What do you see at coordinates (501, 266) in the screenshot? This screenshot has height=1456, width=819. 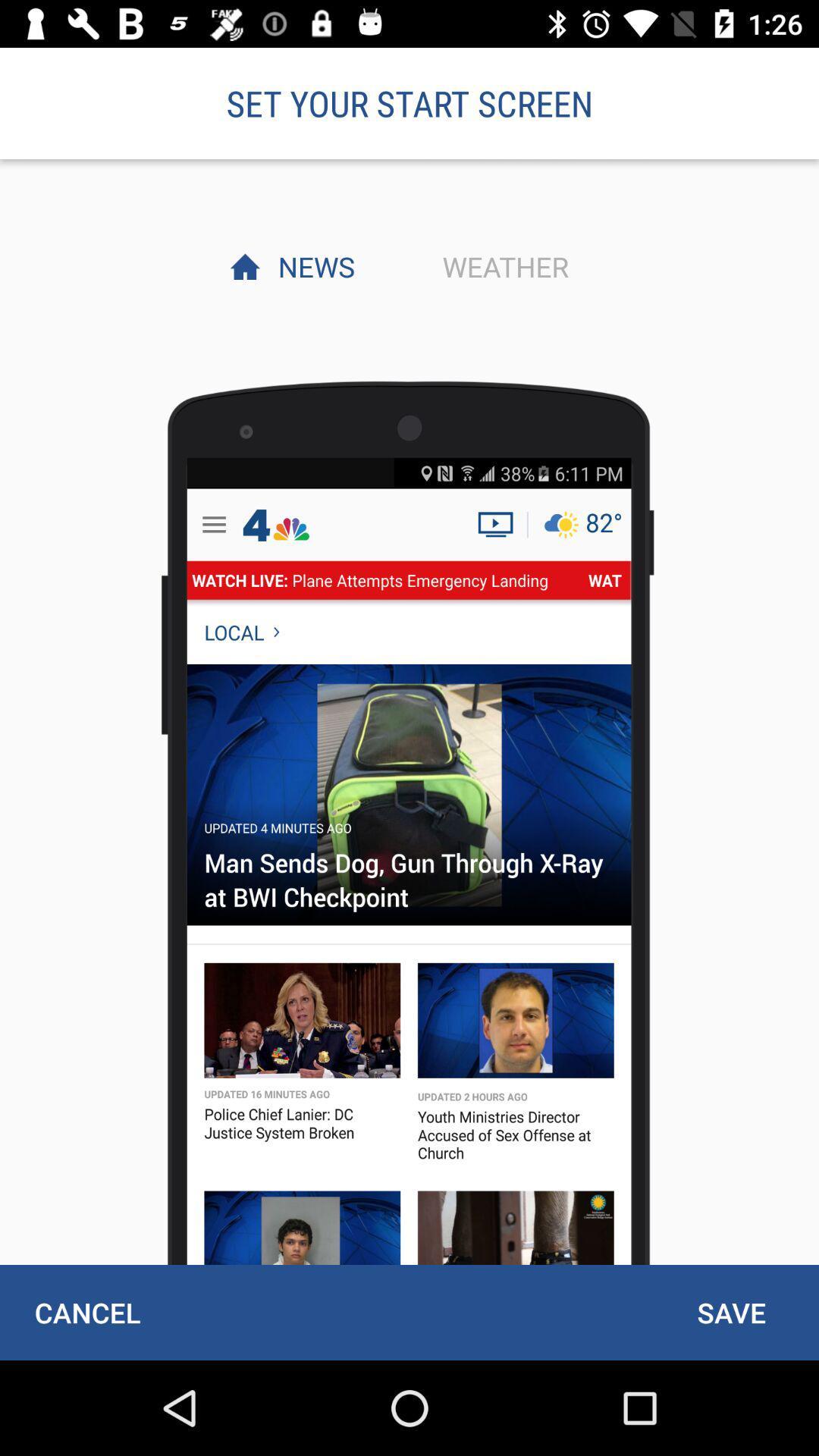 I see `the icon below the set your start` at bounding box center [501, 266].